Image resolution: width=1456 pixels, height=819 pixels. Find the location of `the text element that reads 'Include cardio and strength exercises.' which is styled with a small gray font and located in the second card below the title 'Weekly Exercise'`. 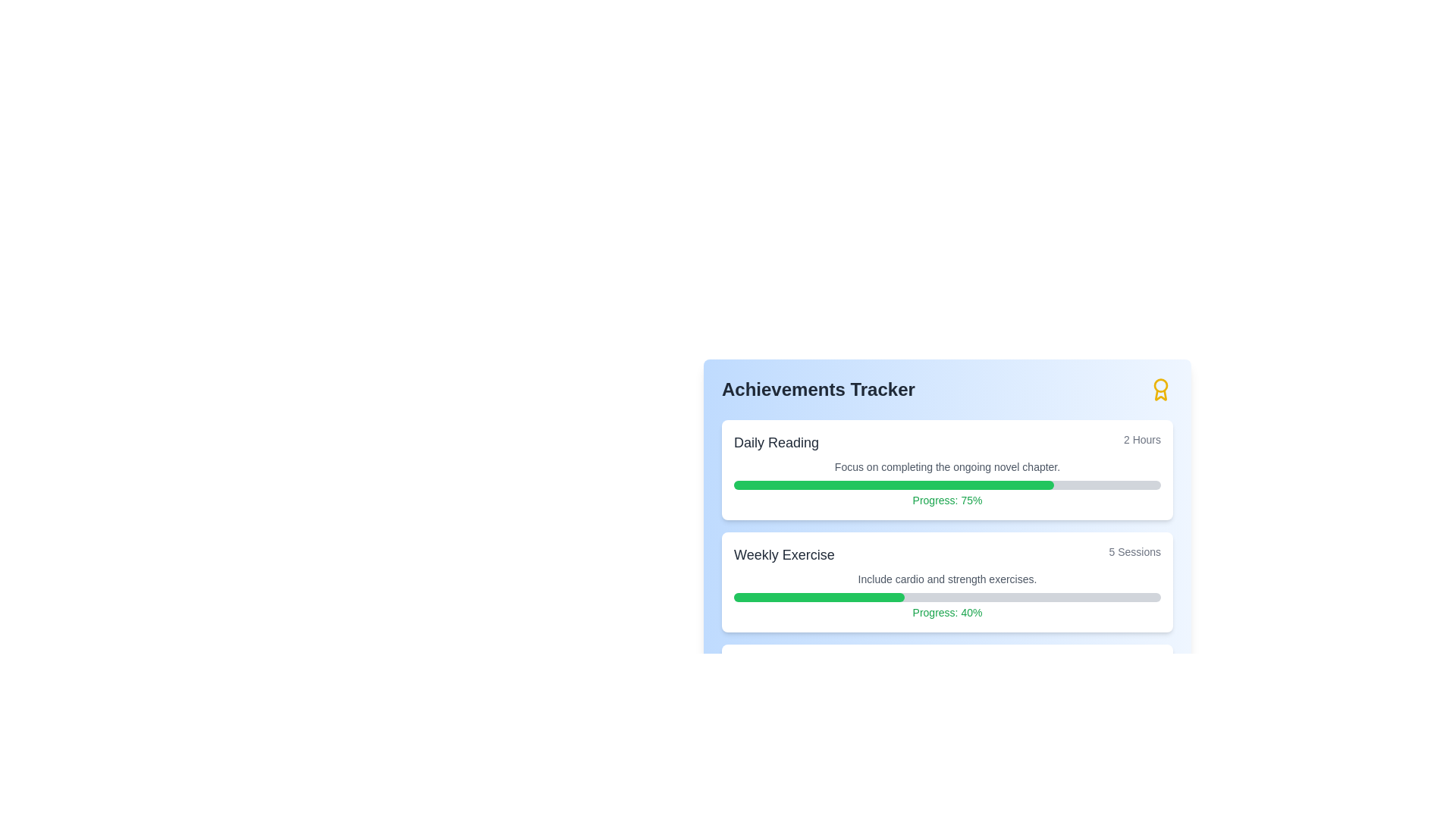

the text element that reads 'Include cardio and strength exercises.' which is styled with a small gray font and located in the second card below the title 'Weekly Exercise' is located at coordinates (946, 579).